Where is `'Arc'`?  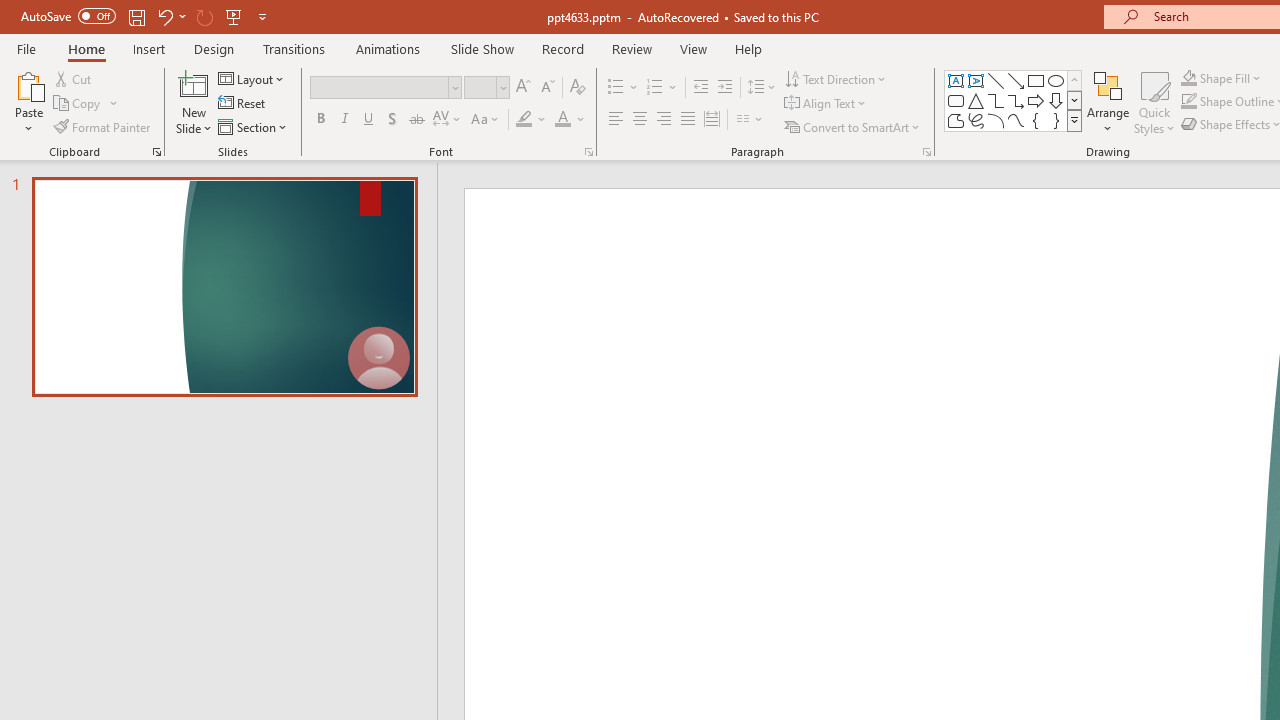
'Arc' is located at coordinates (995, 120).